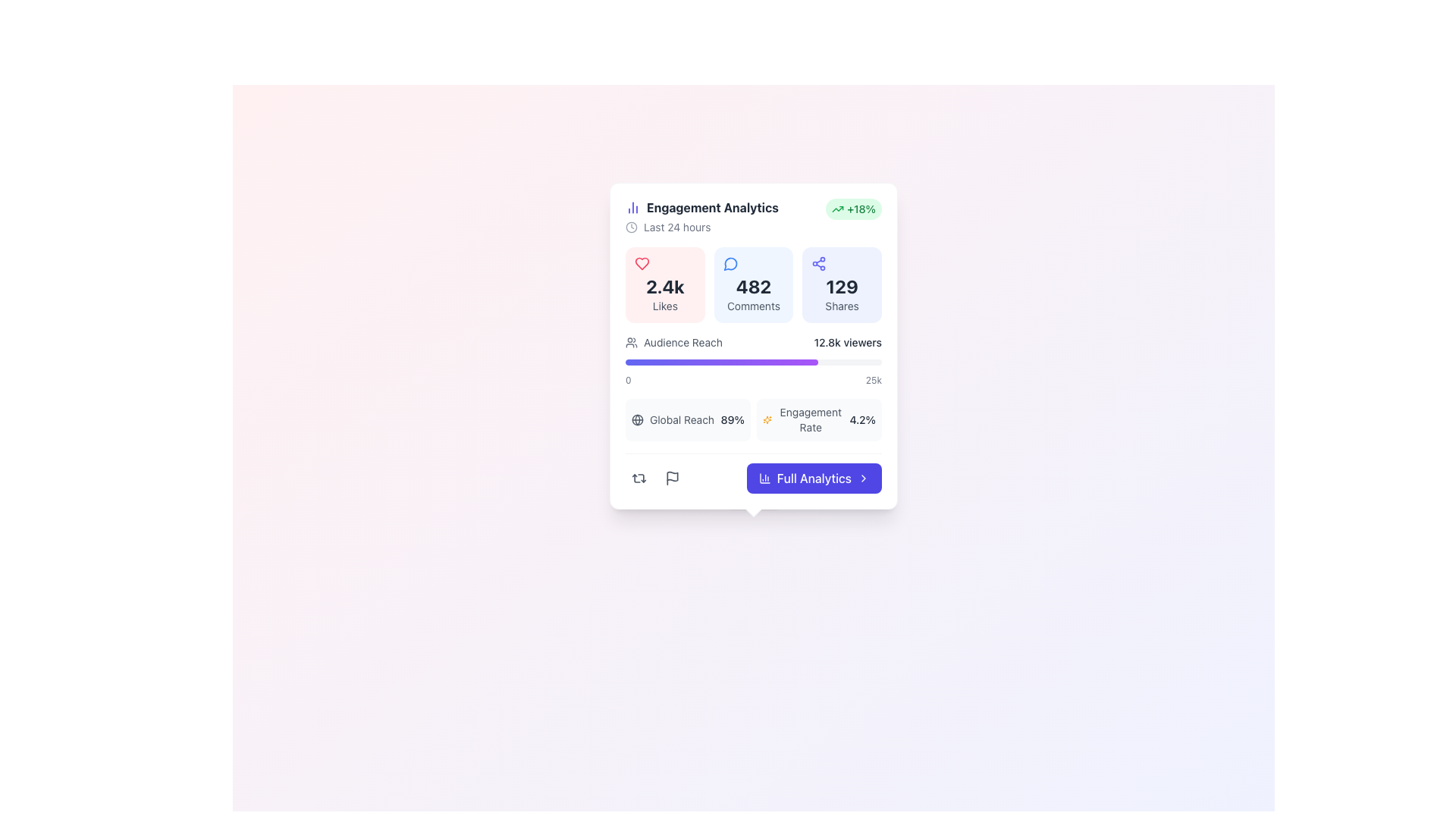 This screenshot has height=819, width=1456. Describe the element at coordinates (862, 420) in the screenshot. I see `the bold text label displaying the percentage '4.2%' in dark gray located beside the 'Engagement Rate' label` at that location.